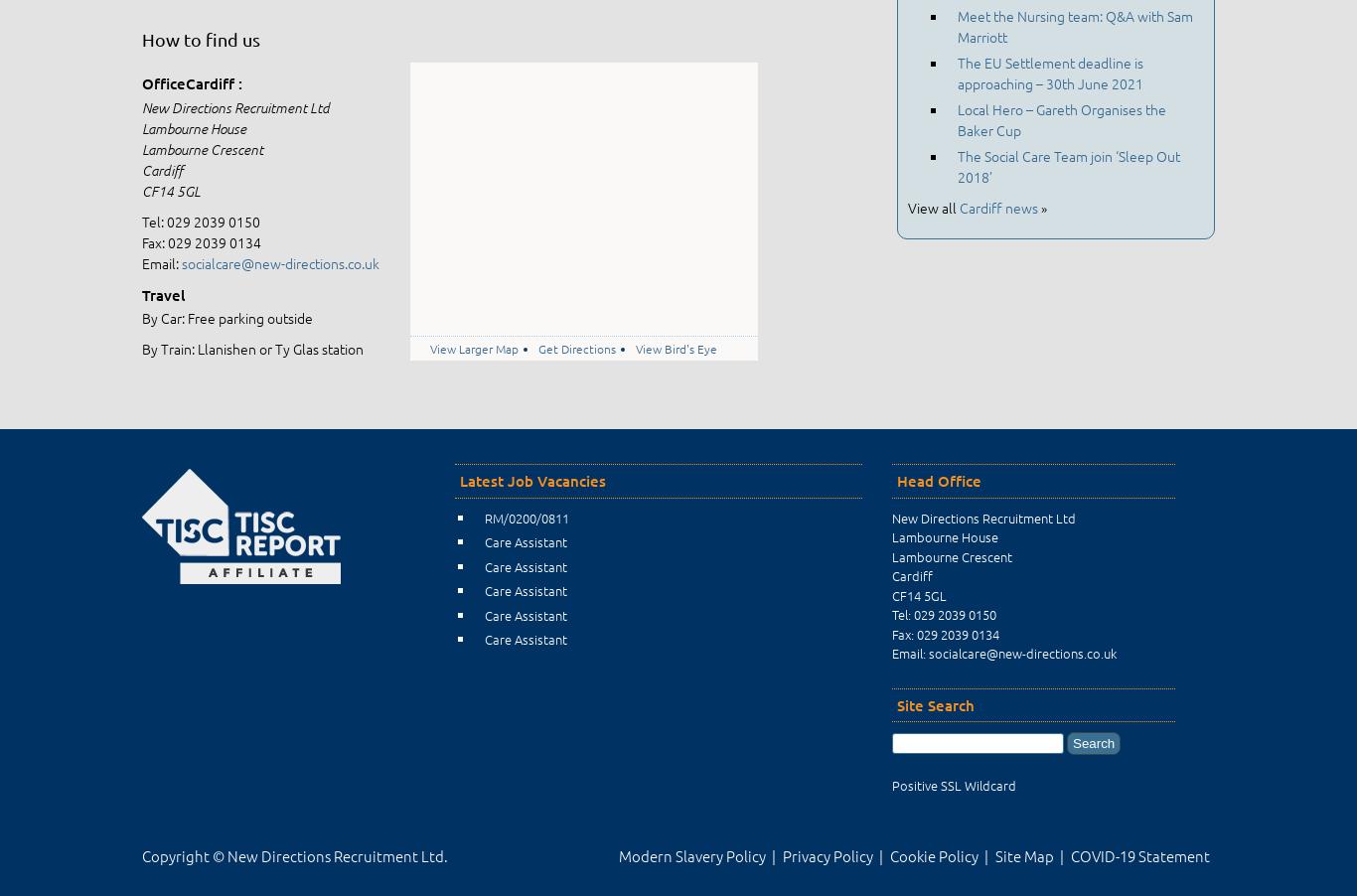 Image resolution: width=1357 pixels, height=896 pixels. I want to click on 'Latest Job Vacancies', so click(532, 480).